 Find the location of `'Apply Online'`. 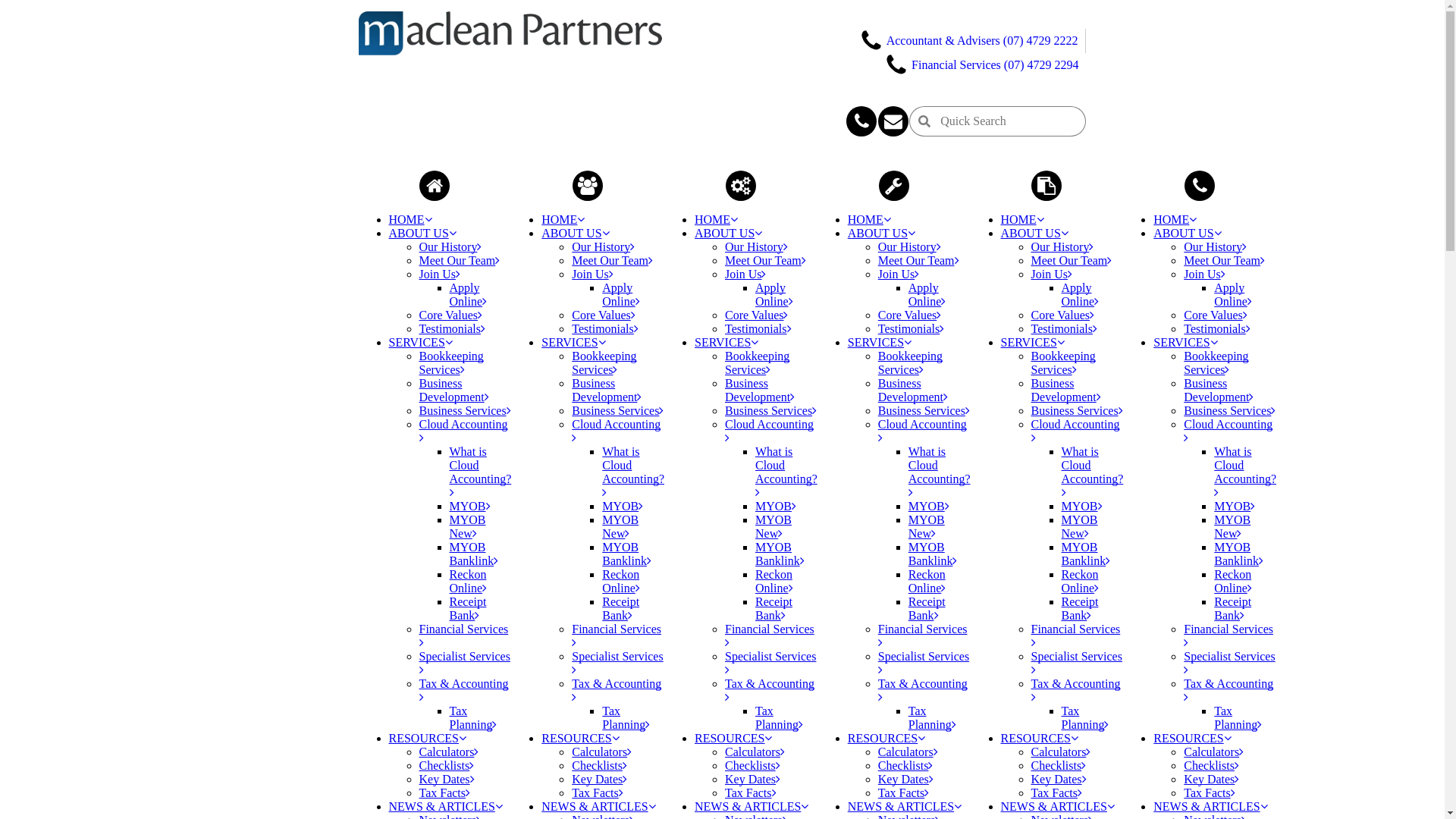

'Apply Online' is located at coordinates (1080, 294).